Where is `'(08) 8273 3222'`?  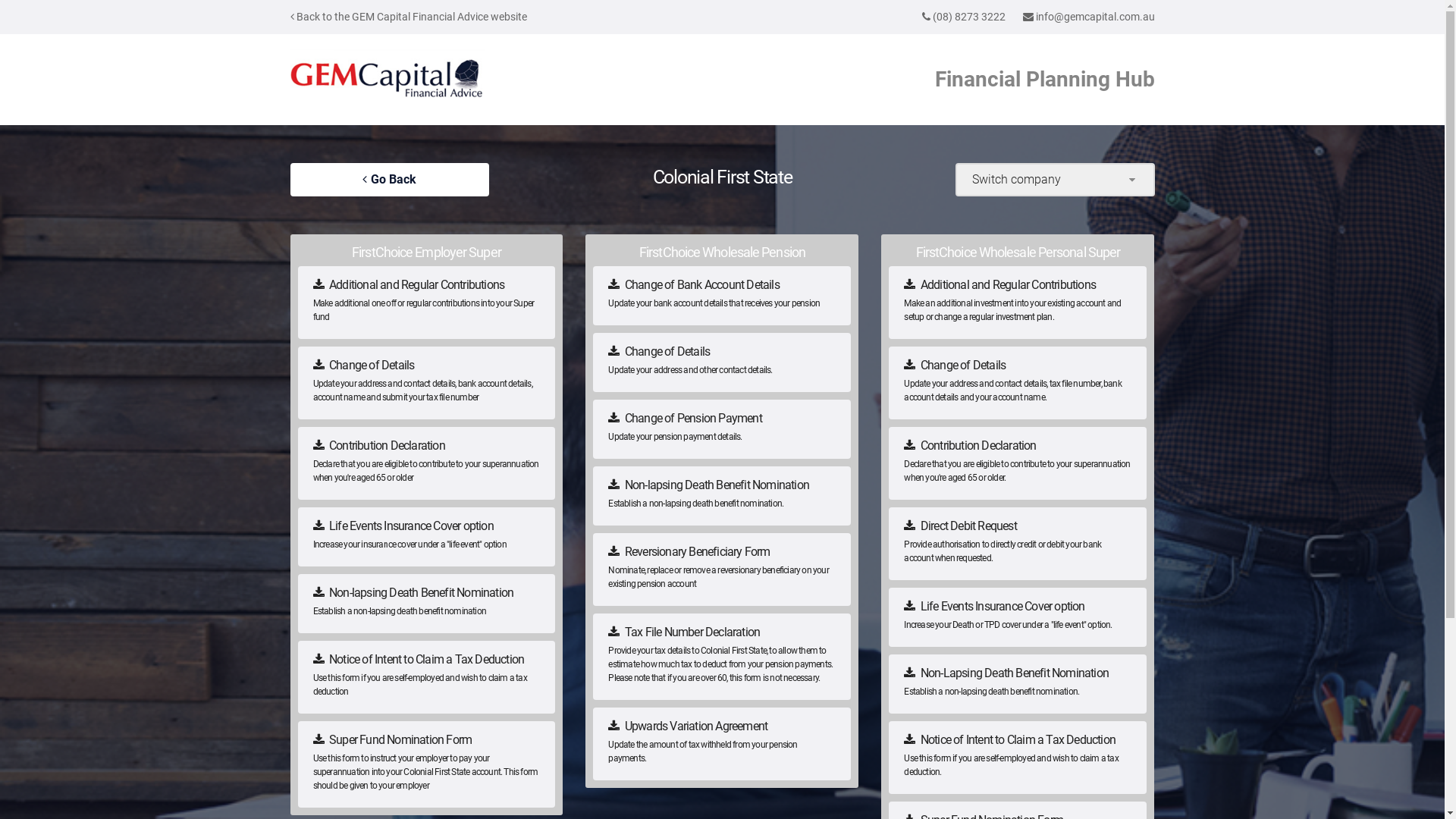 '(08) 8273 3222' is located at coordinates (968, 17).